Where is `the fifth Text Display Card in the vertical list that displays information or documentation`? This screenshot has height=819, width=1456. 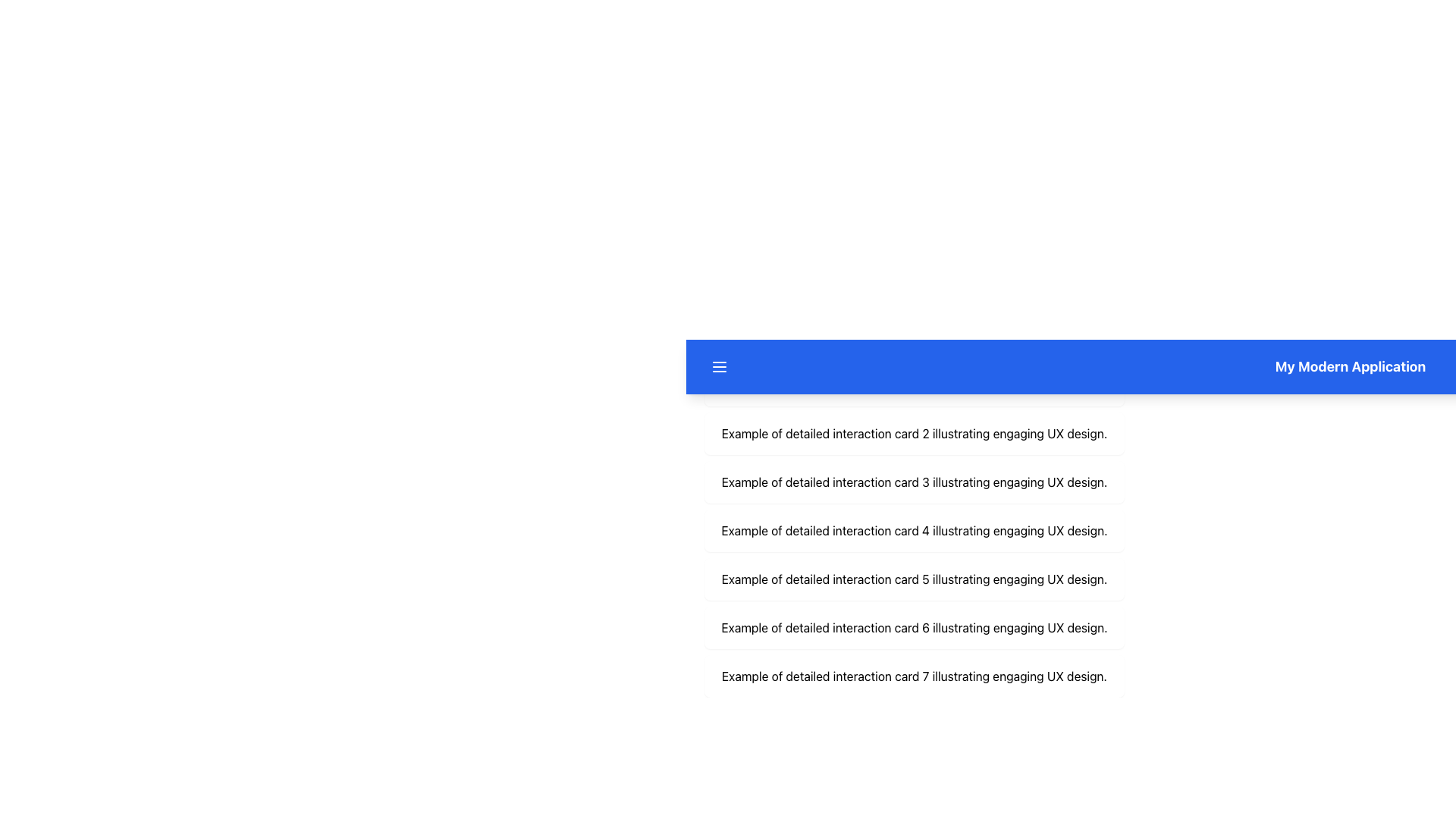
the fifth Text Display Card in the vertical list that displays information or documentation is located at coordinates (913, 579).